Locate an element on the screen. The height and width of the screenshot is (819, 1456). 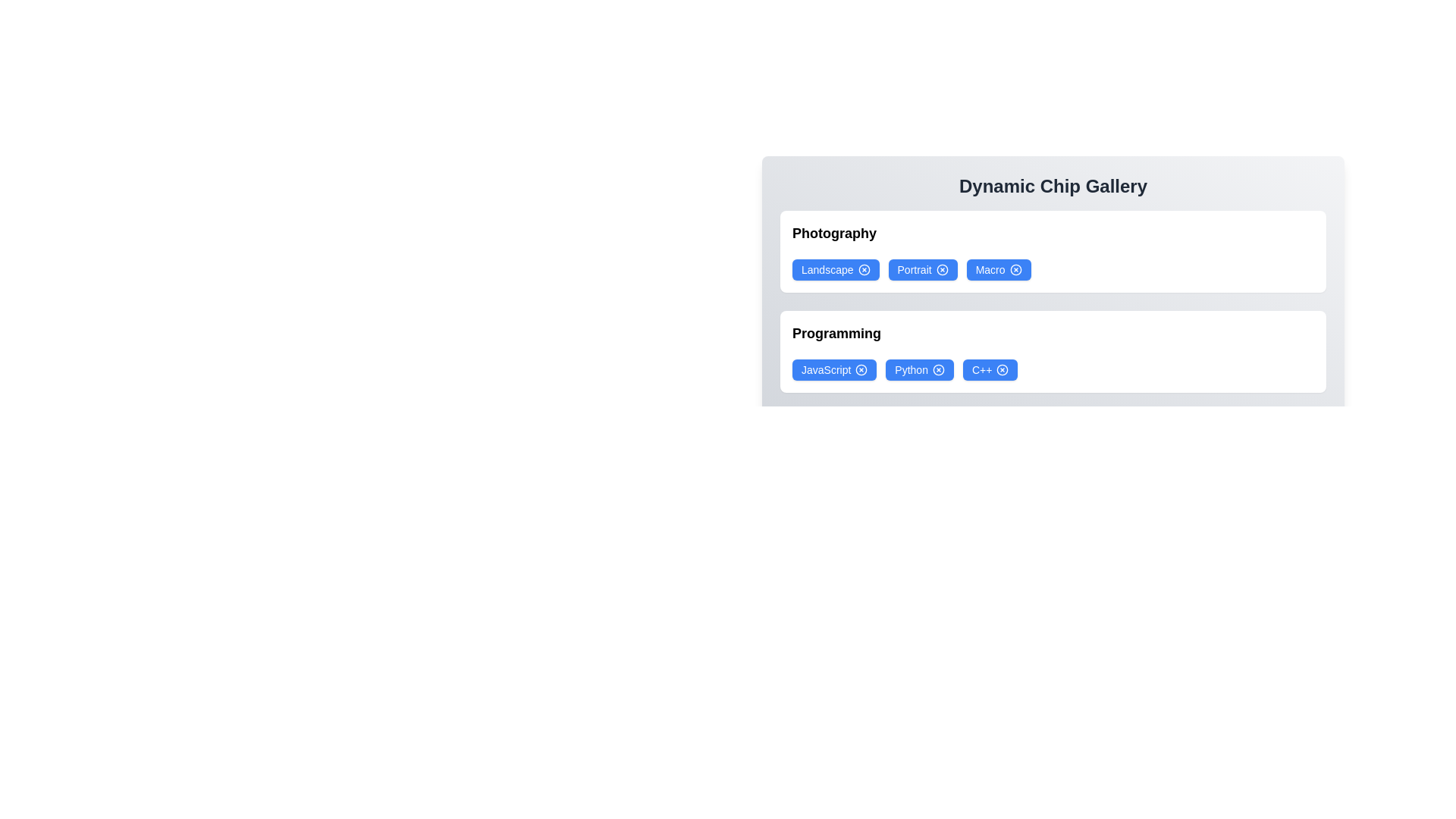
the chip labeled Landscape to select it is located at coordinates (835, 268).